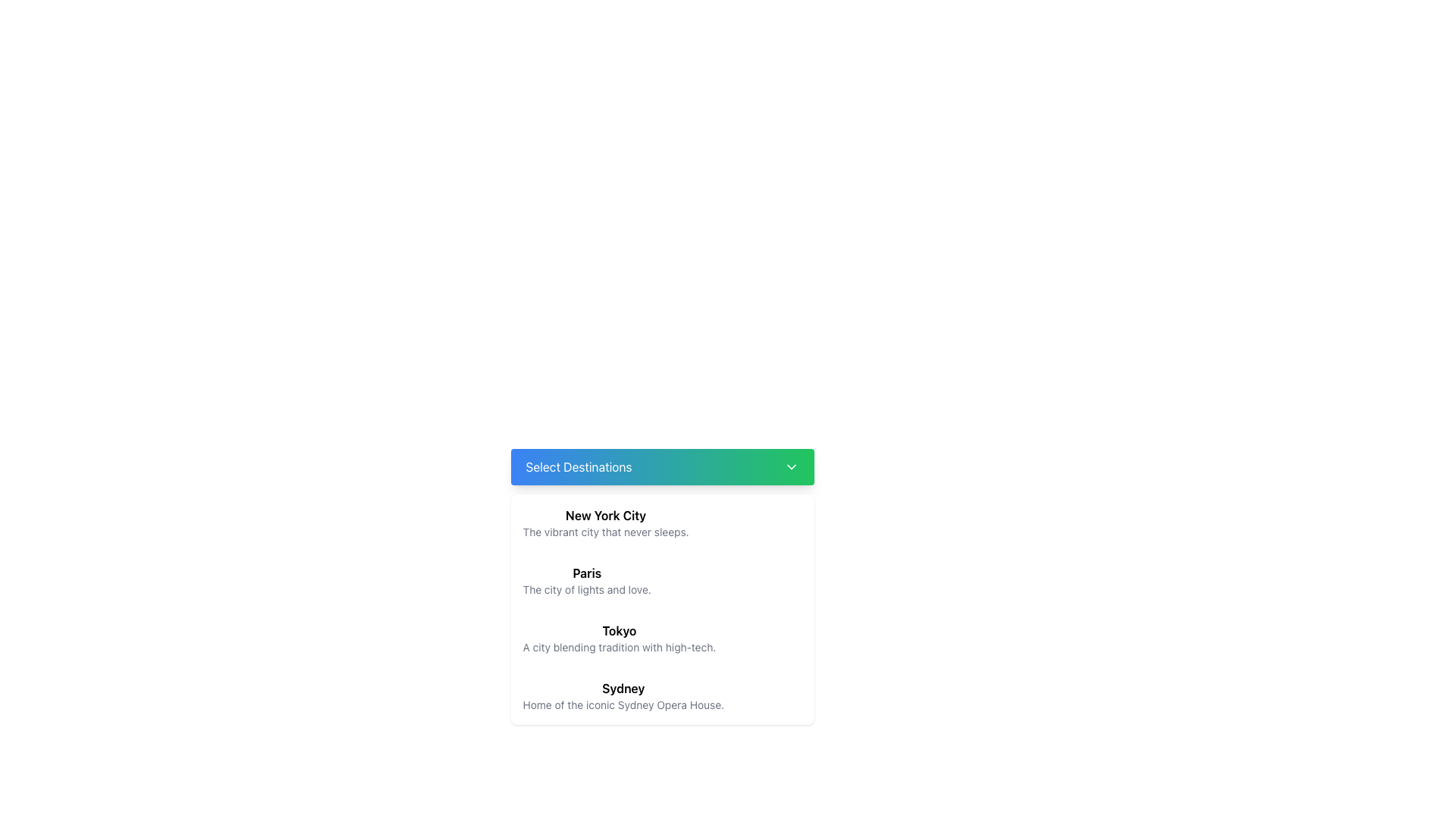 The width and height of the screenshot is (1456, 819). Describe the element at coordinates (623, 696) in the screenshot. I see `the fourth list item titled 'Sydney' in the dropdown menu` at that location.